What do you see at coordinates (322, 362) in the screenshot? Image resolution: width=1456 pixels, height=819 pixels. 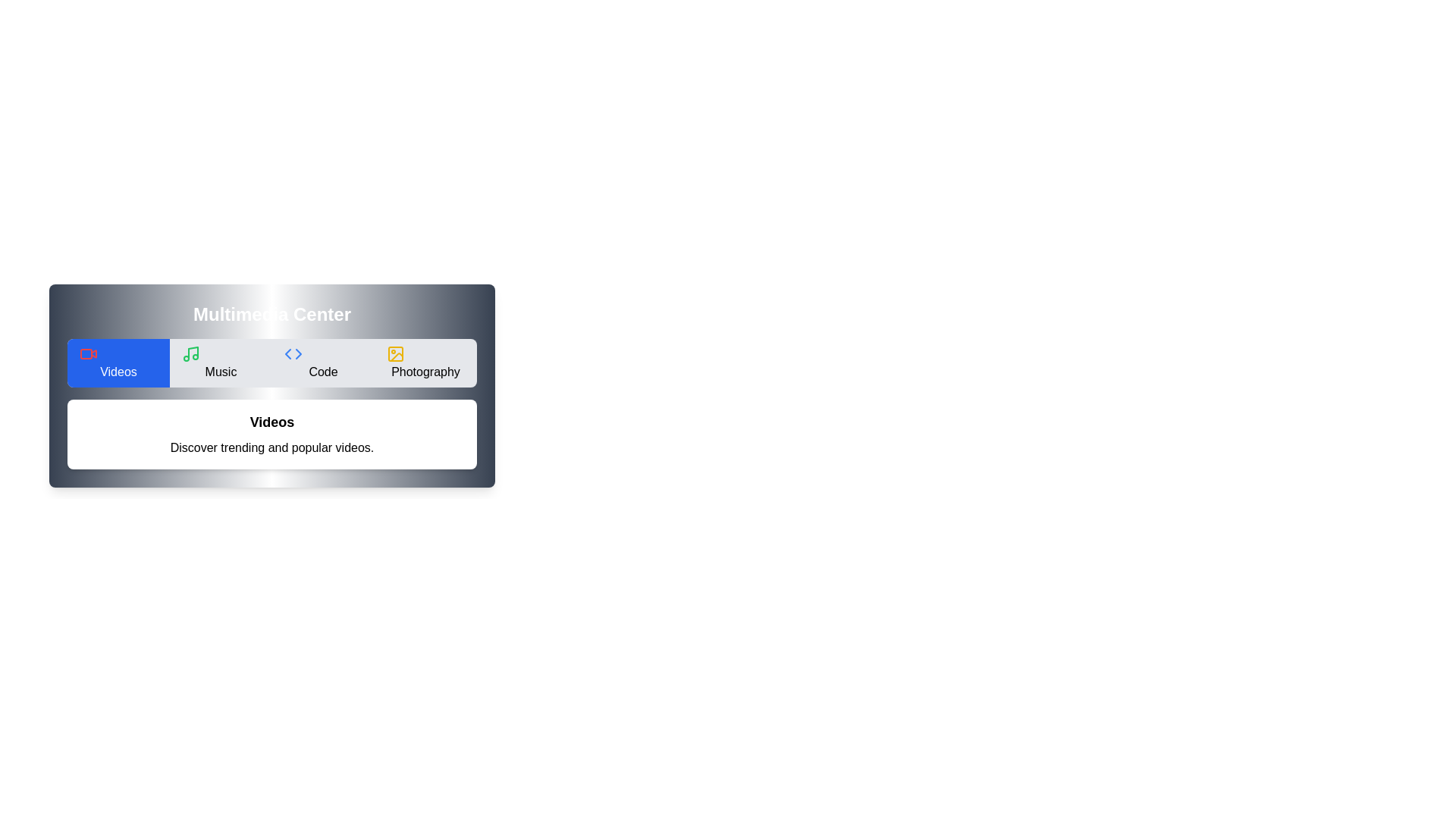 I see `the Code tab` at bounding box center [322, 362].